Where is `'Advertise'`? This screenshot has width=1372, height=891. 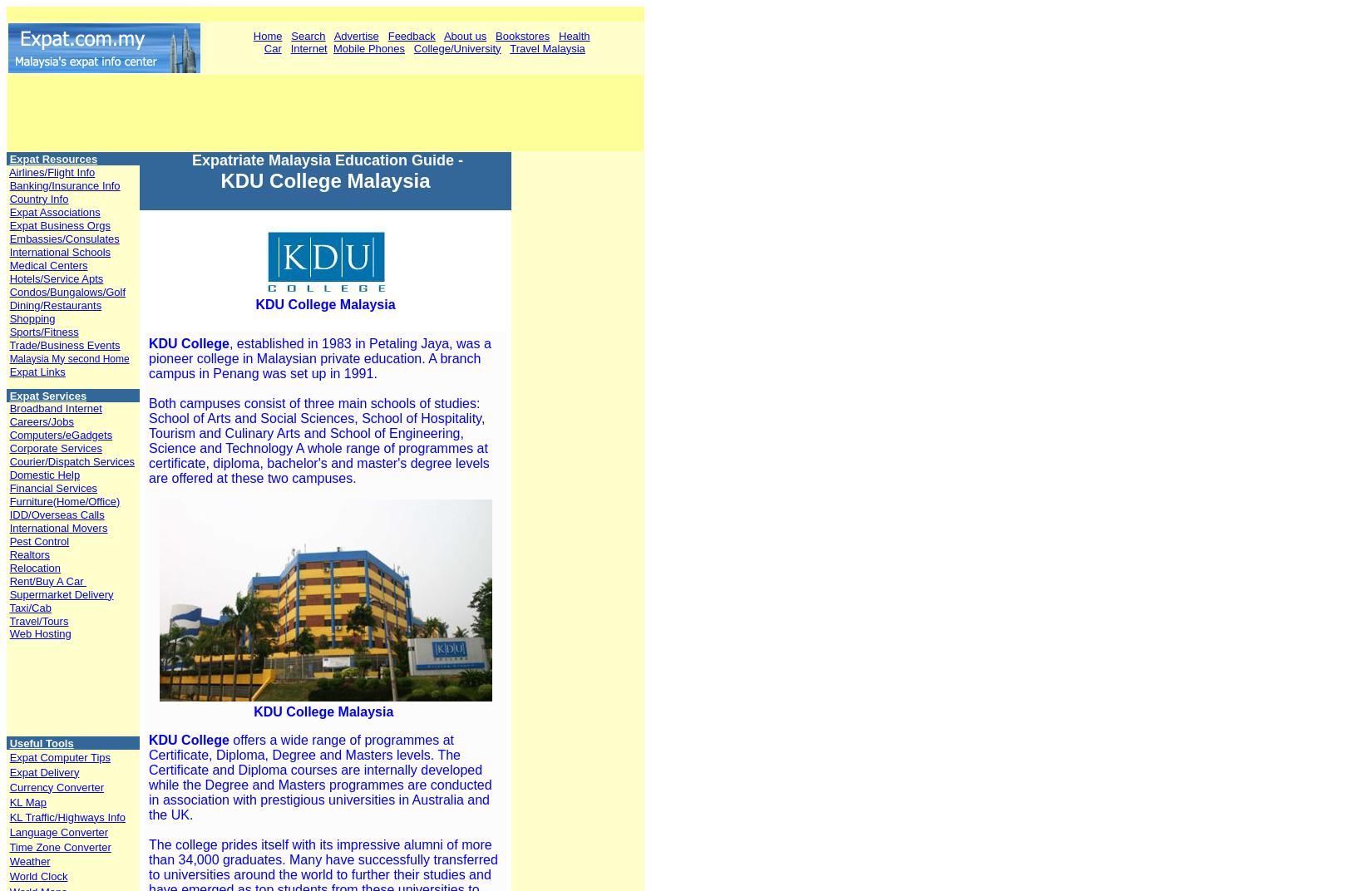 'Advertise' is located at coordinates (355, 34).